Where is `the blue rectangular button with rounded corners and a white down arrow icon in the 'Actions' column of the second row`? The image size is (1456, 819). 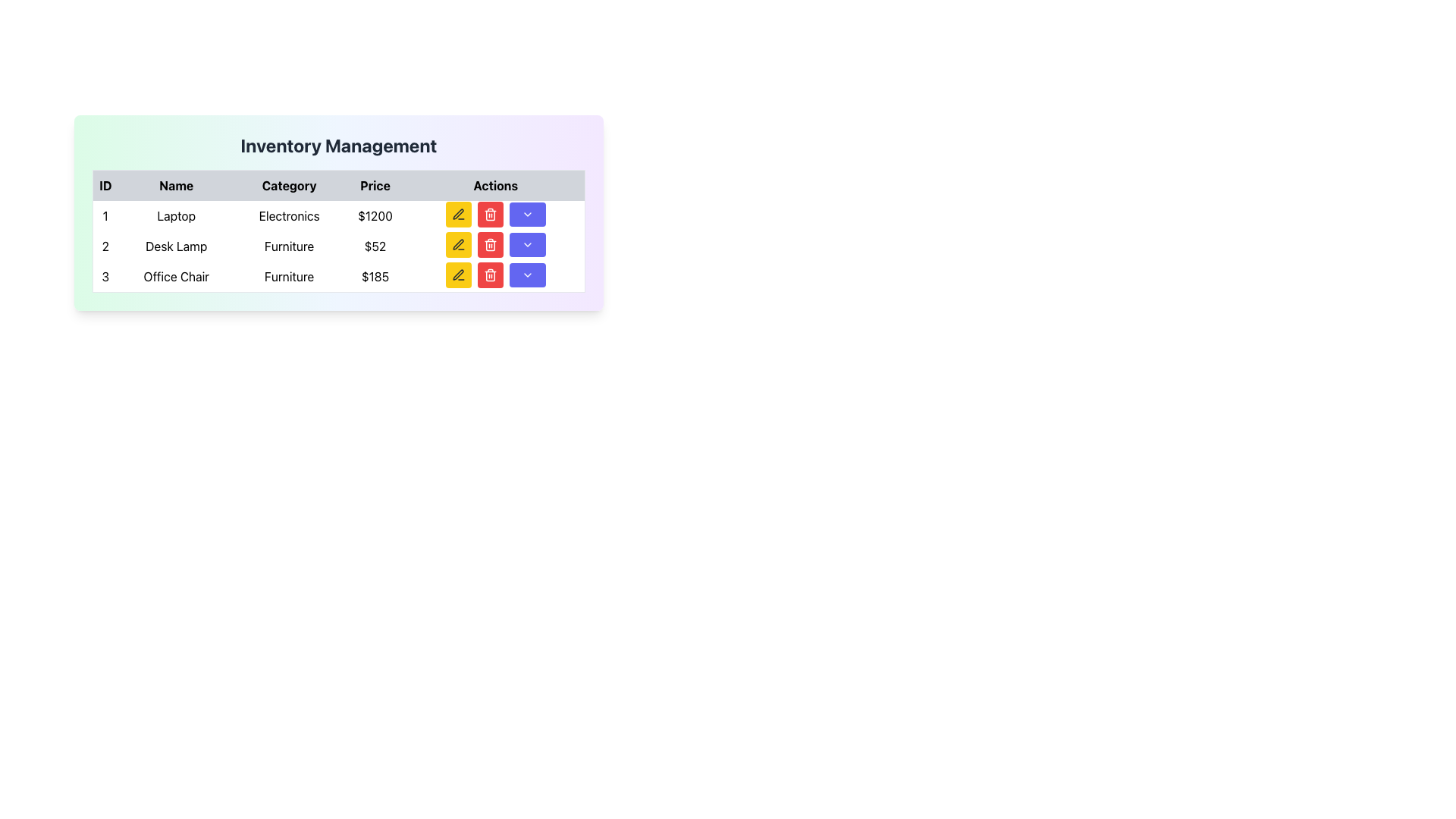
the blue rectangular button with rounded corners and a white down arrow icon in the 'Actions' column of the second row is located at coordinates (527, 214).